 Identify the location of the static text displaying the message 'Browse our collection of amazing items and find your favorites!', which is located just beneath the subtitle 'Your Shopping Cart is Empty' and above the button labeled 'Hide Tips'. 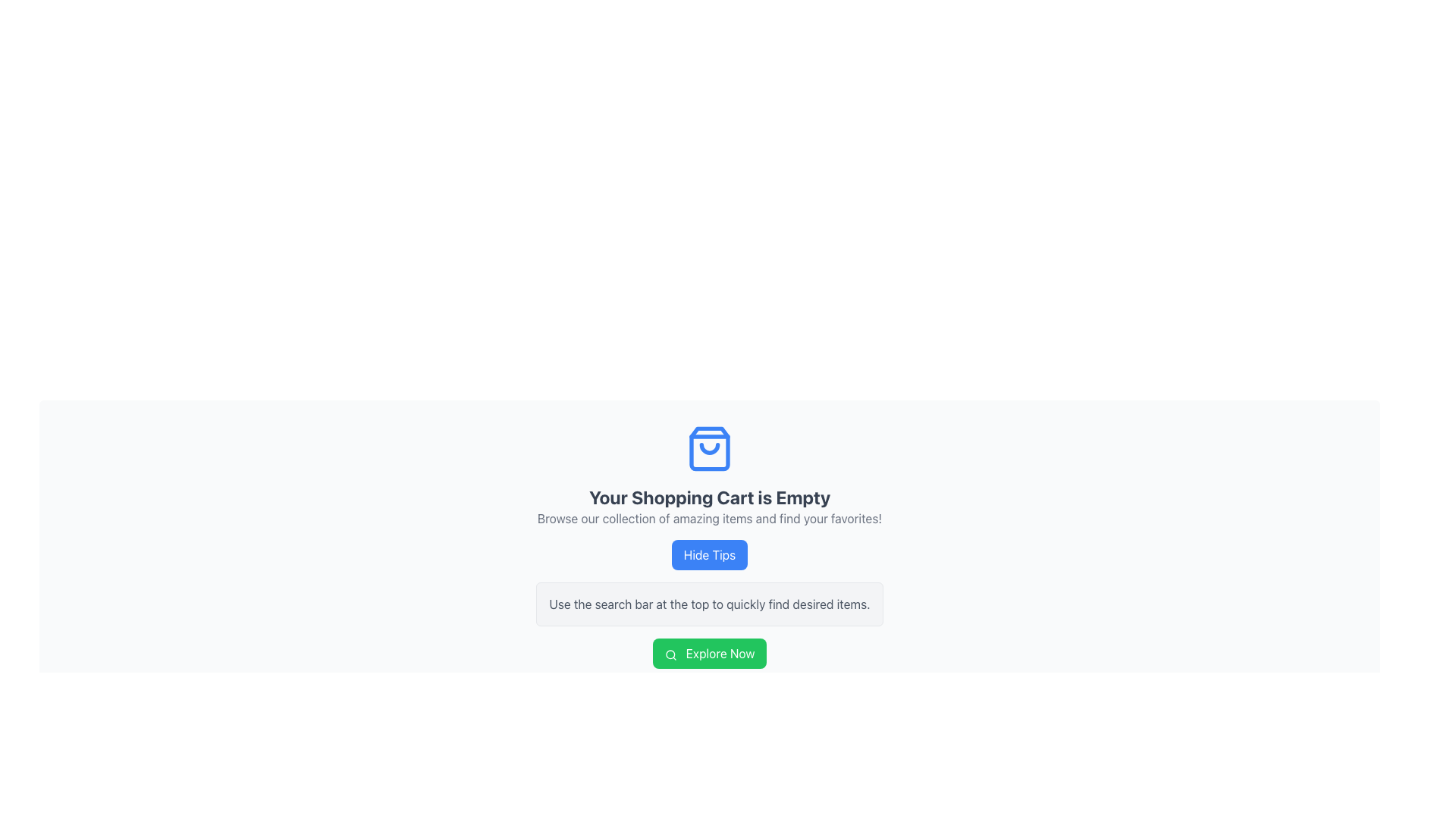
(709, 517).